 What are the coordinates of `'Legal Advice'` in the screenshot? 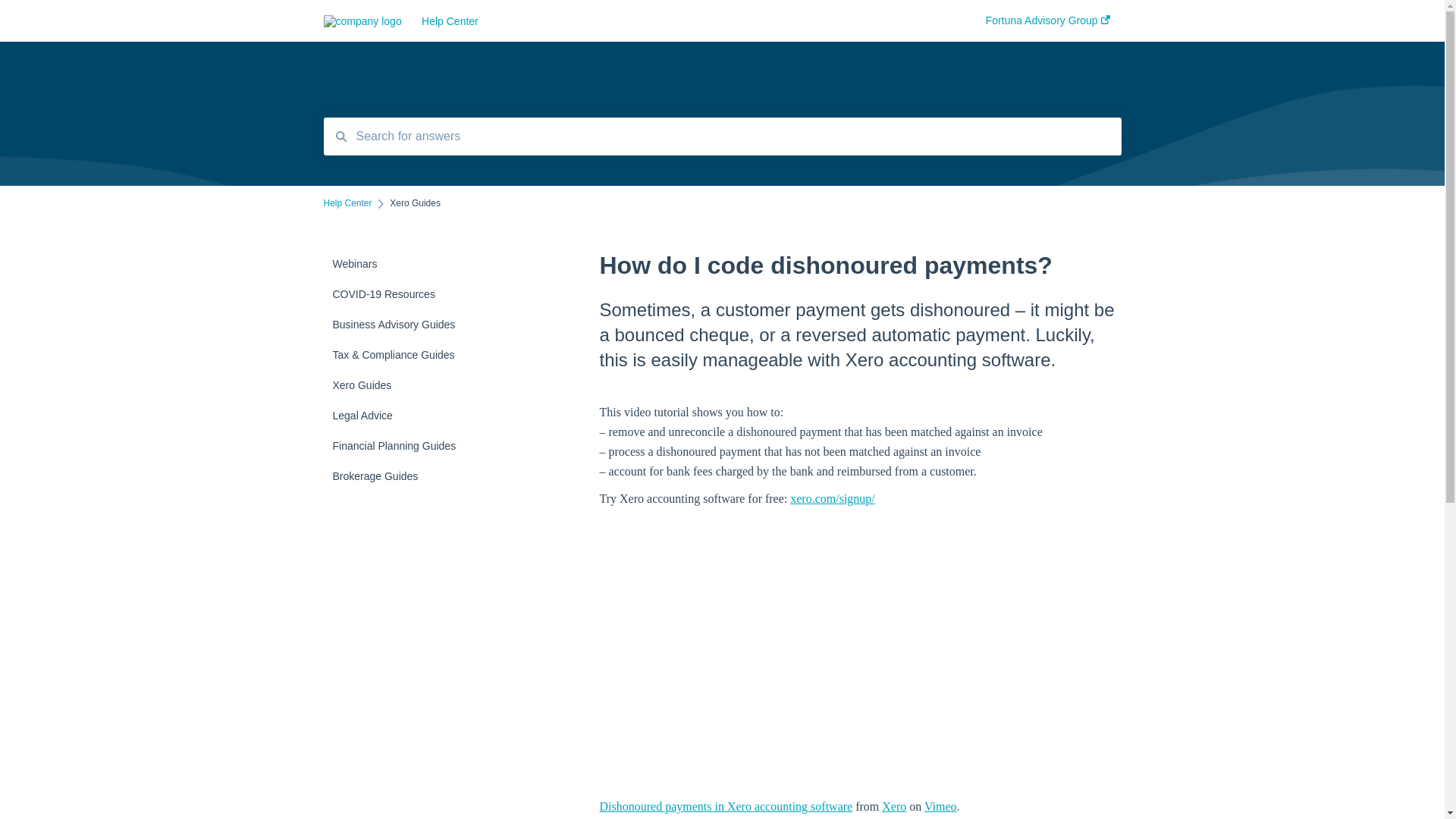 It's located at (414, 415).